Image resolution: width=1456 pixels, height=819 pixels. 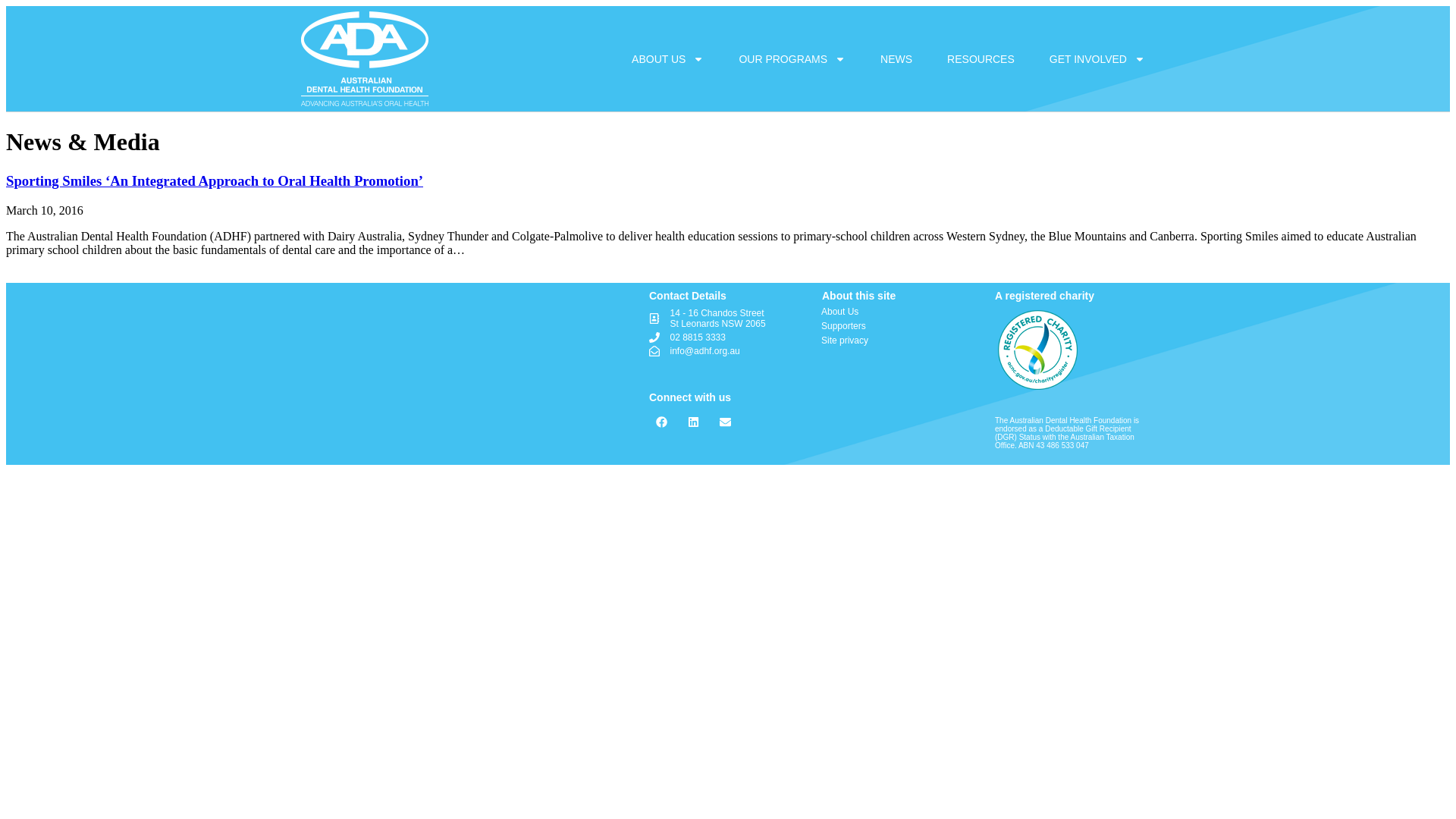 What do you see at coordinates (667, 58) in the screenshot?
I see `'ABOUT US'` at bounding box center [667, 58].